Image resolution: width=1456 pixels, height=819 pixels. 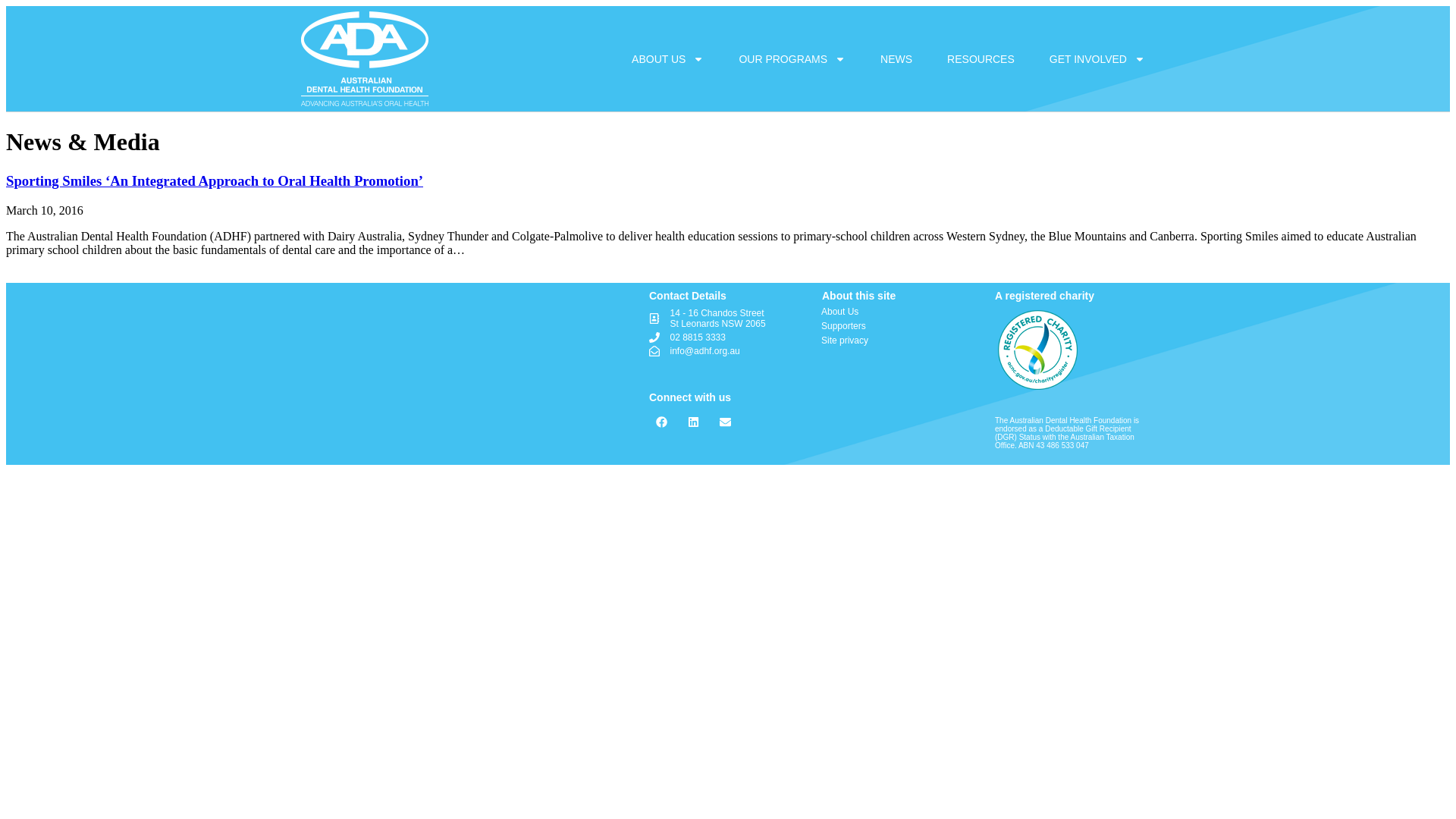 What do you see at coordinates (667, 58) in the screenshot?
I see `'ABOUT US'` at bounding box center [667, 58].